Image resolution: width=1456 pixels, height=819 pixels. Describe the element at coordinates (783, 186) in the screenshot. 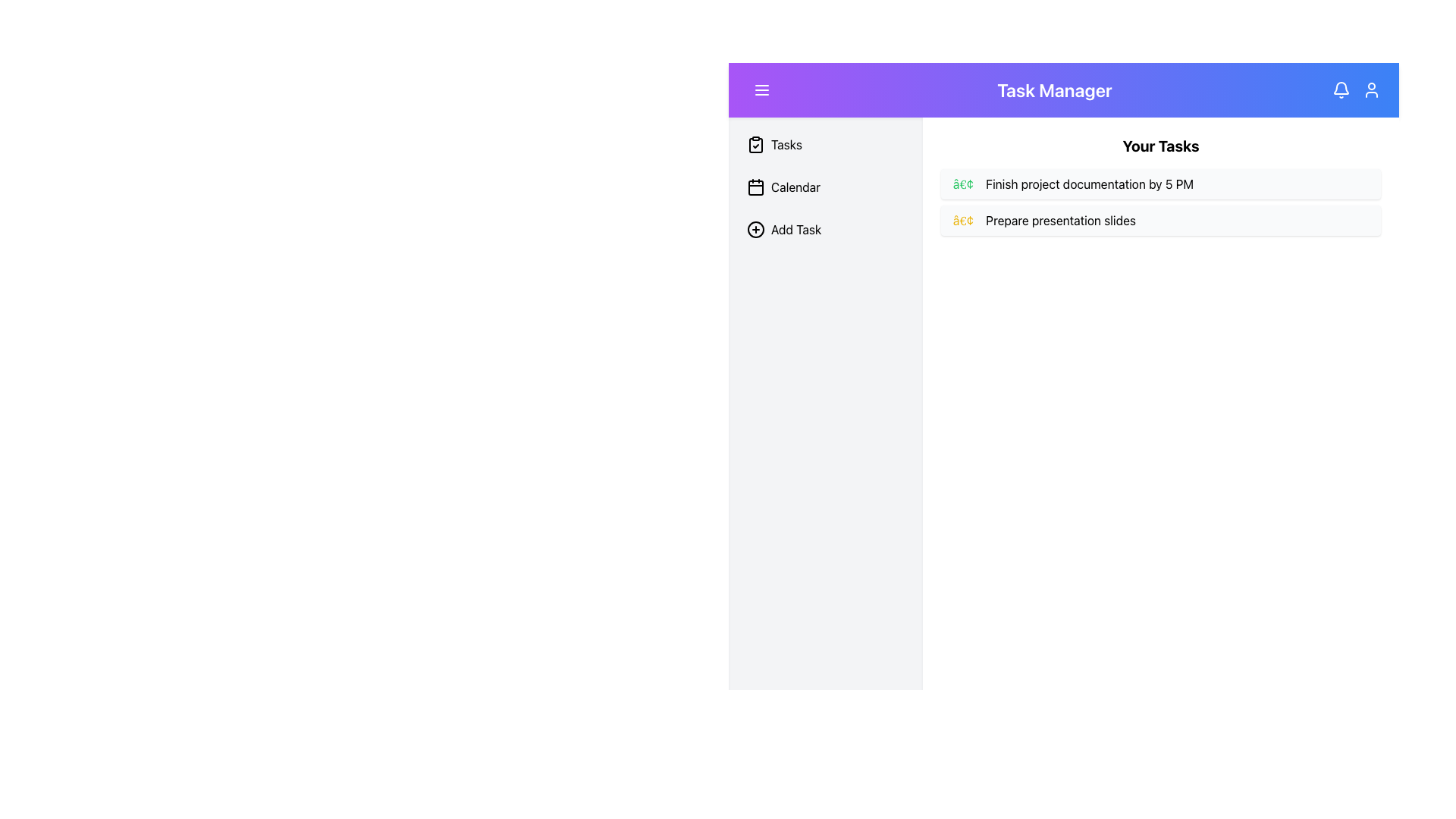

I see `the navigational menu button for calendar access located between 'Tasks' and 'Add Task'` at that location.